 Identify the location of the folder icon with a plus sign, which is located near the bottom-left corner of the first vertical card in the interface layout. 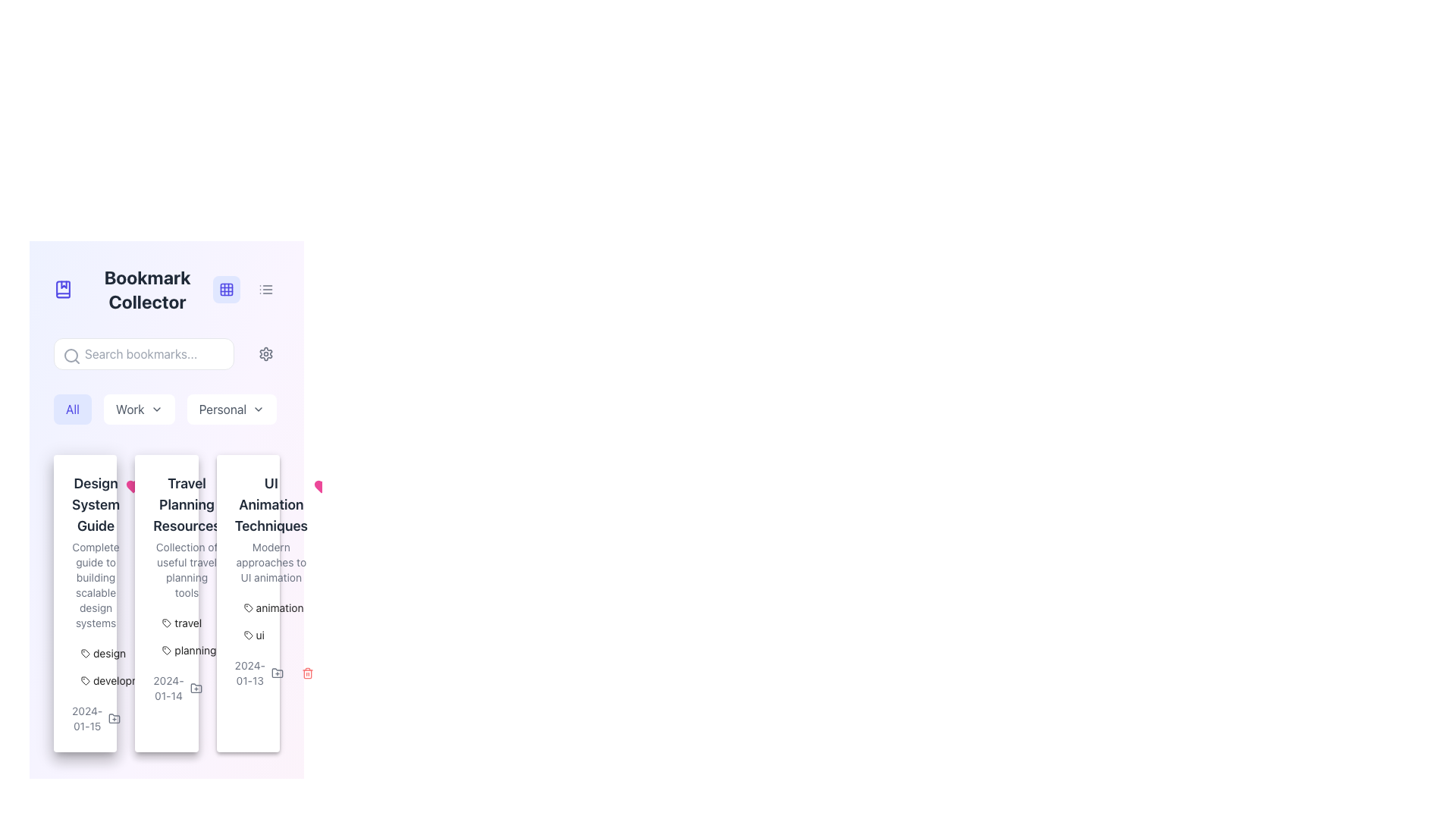
(114, 717).